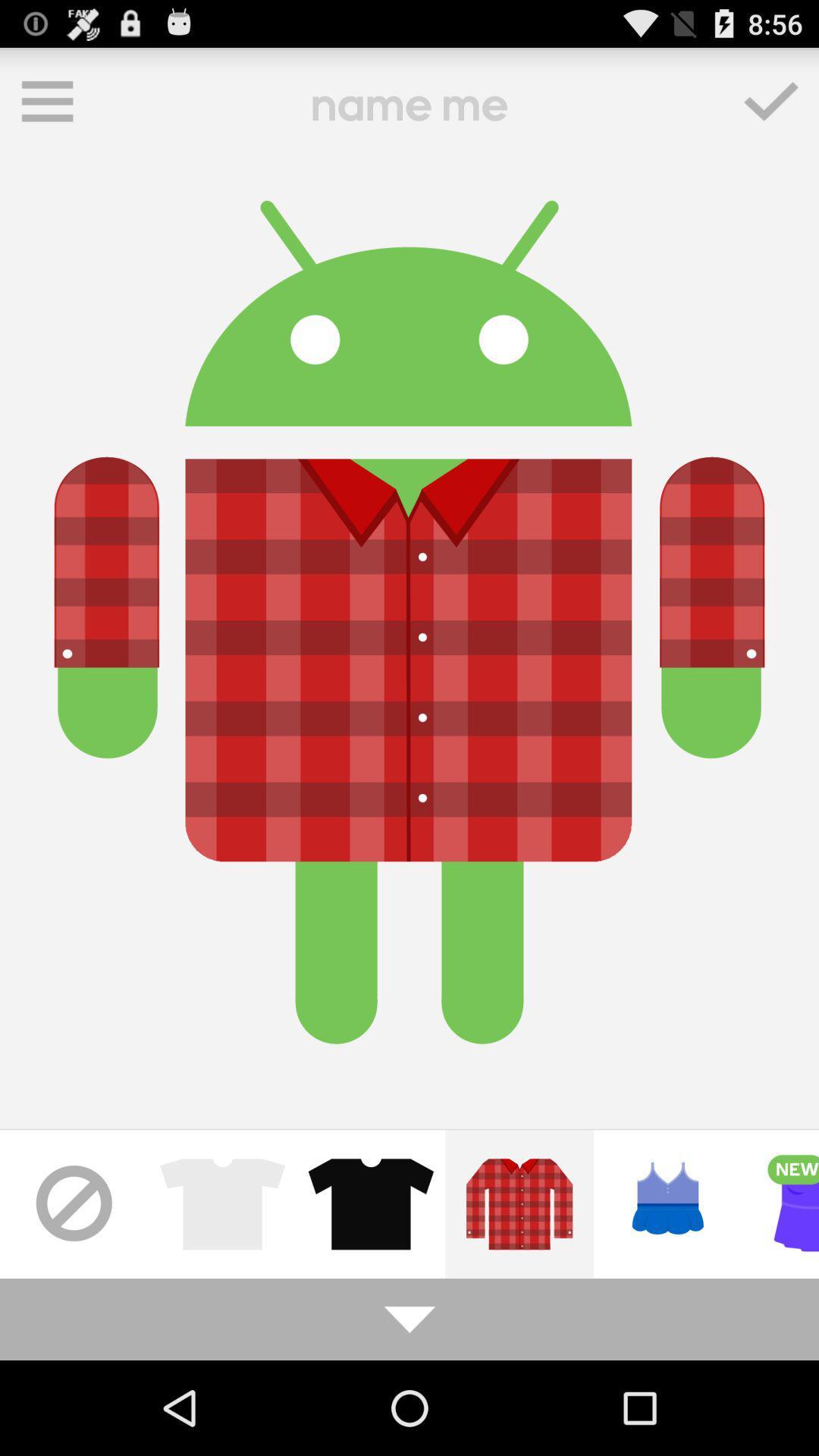  What do you see at coordinates (771, 108) in the screenshot?
I see `the check icon` at bounding box center [771, 108].